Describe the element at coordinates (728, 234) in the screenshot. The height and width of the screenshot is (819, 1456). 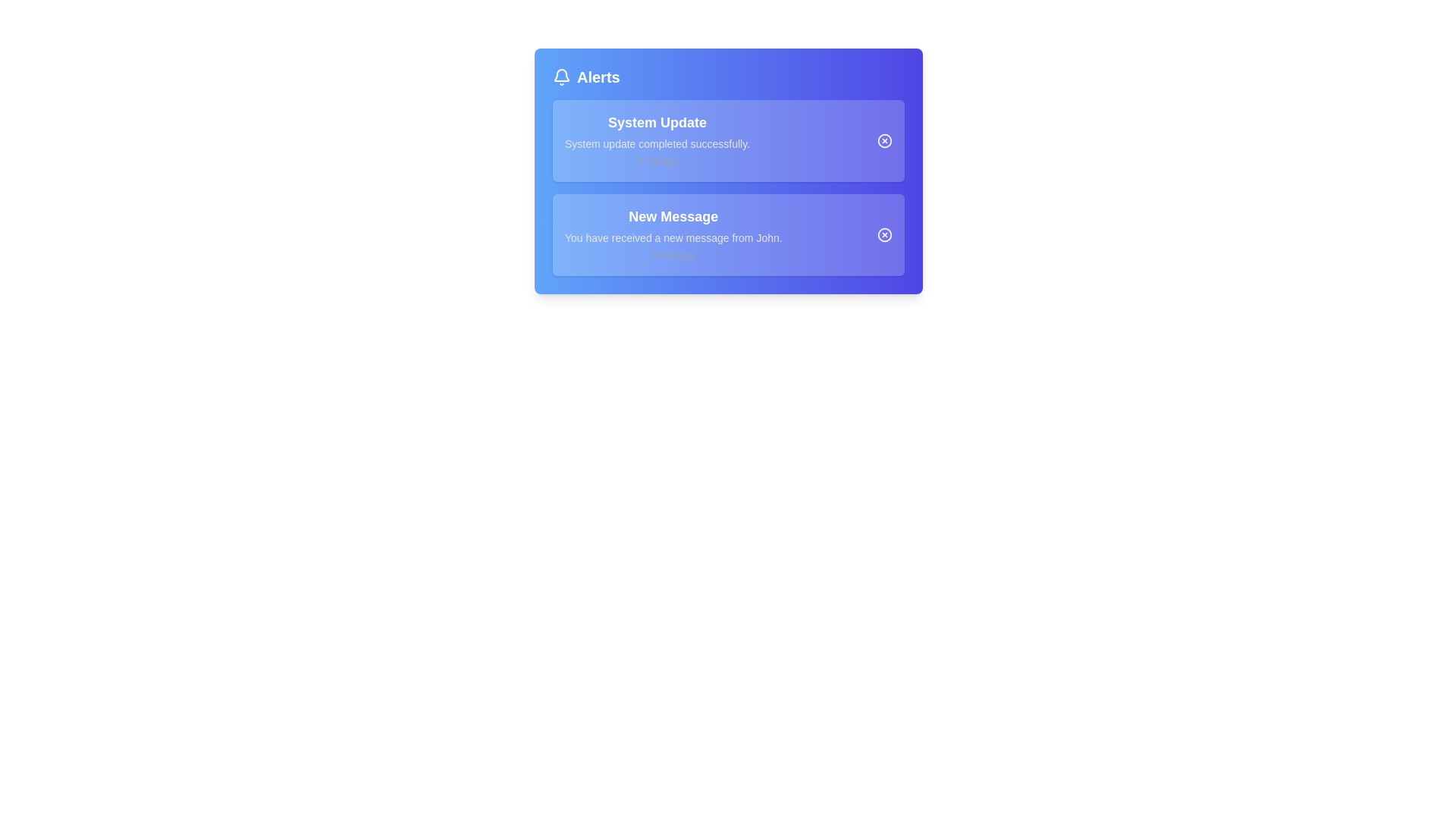
I see `the Notification Card displaying the most recent message notification in the second notification slot of the Alerts section` at that location.